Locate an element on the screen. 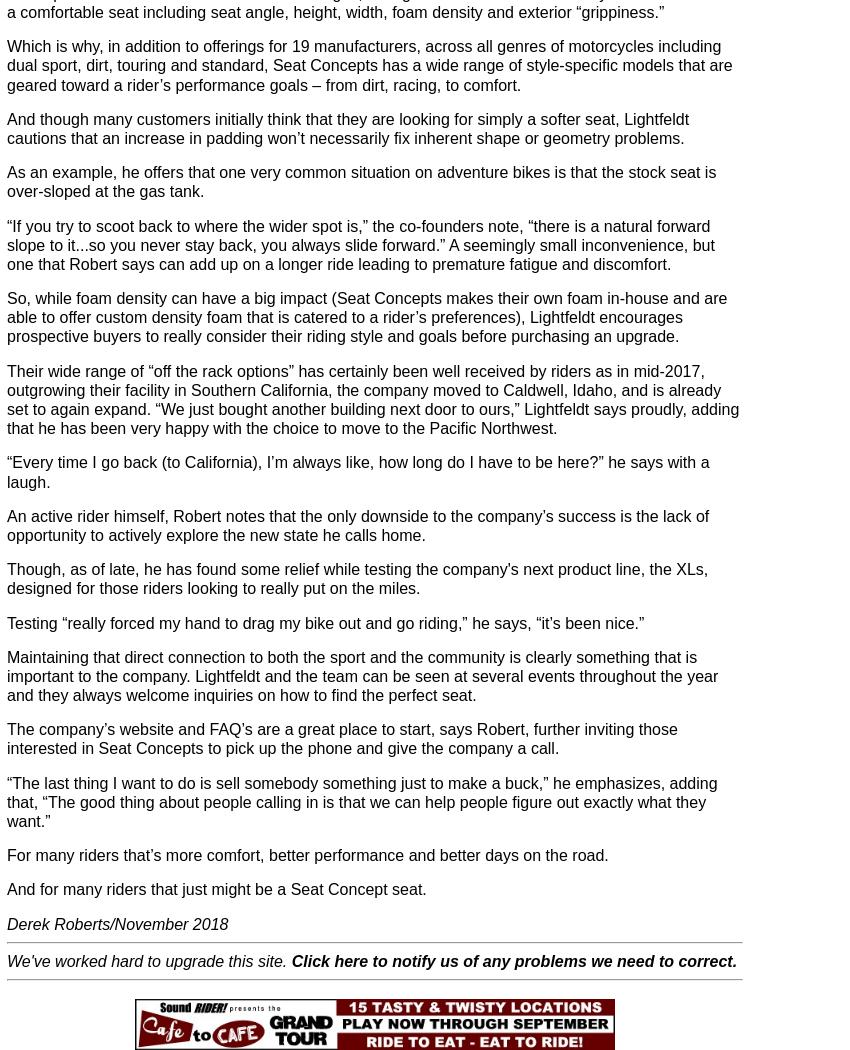 Image resolution: width=850 pixels, height=1050 pixels. 'We've worked hard to upgrade this 
				site.' is located at coordinates (149, 959).